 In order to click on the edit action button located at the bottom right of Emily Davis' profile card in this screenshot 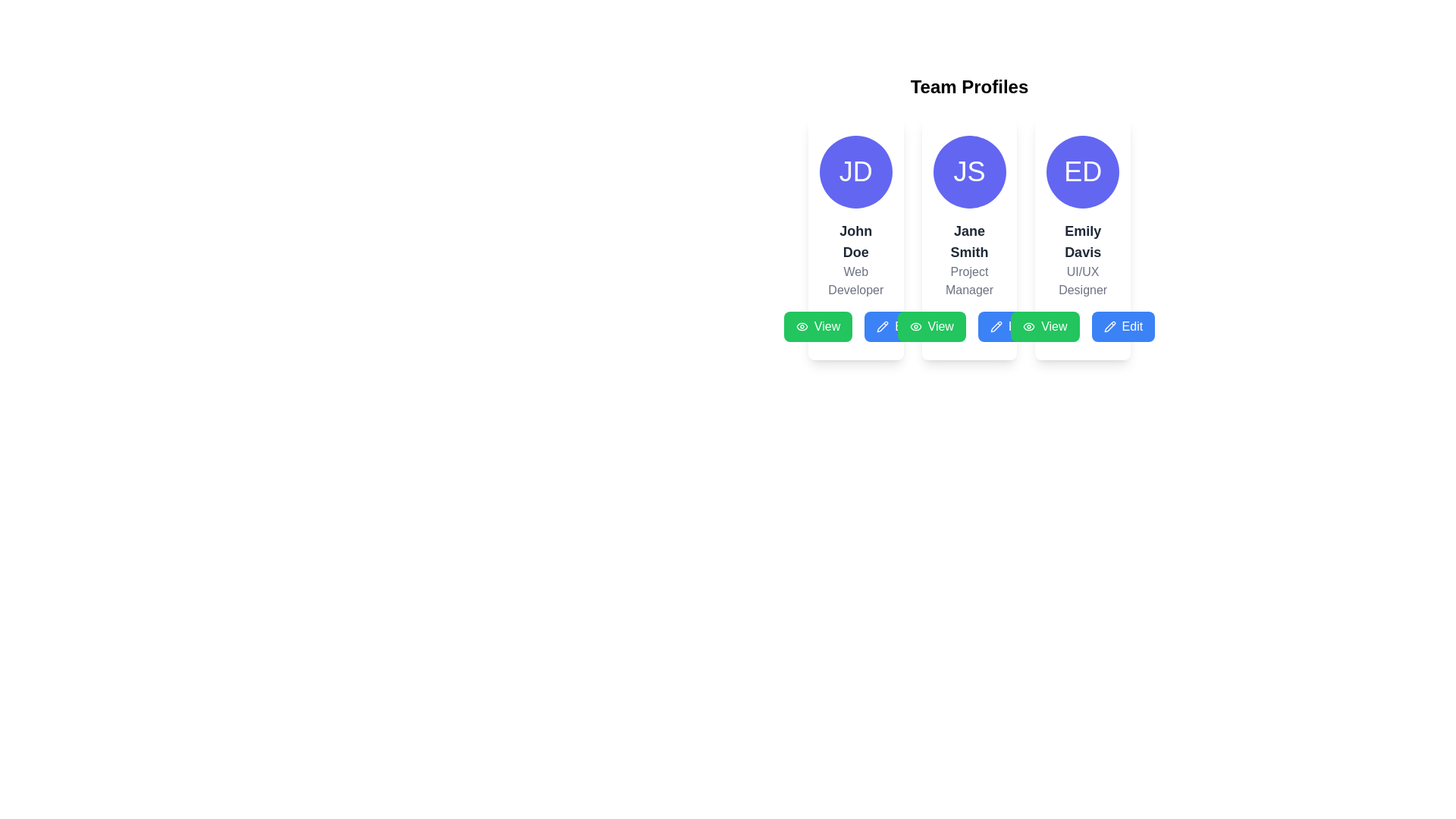, I will do `click(1132, 326)`.